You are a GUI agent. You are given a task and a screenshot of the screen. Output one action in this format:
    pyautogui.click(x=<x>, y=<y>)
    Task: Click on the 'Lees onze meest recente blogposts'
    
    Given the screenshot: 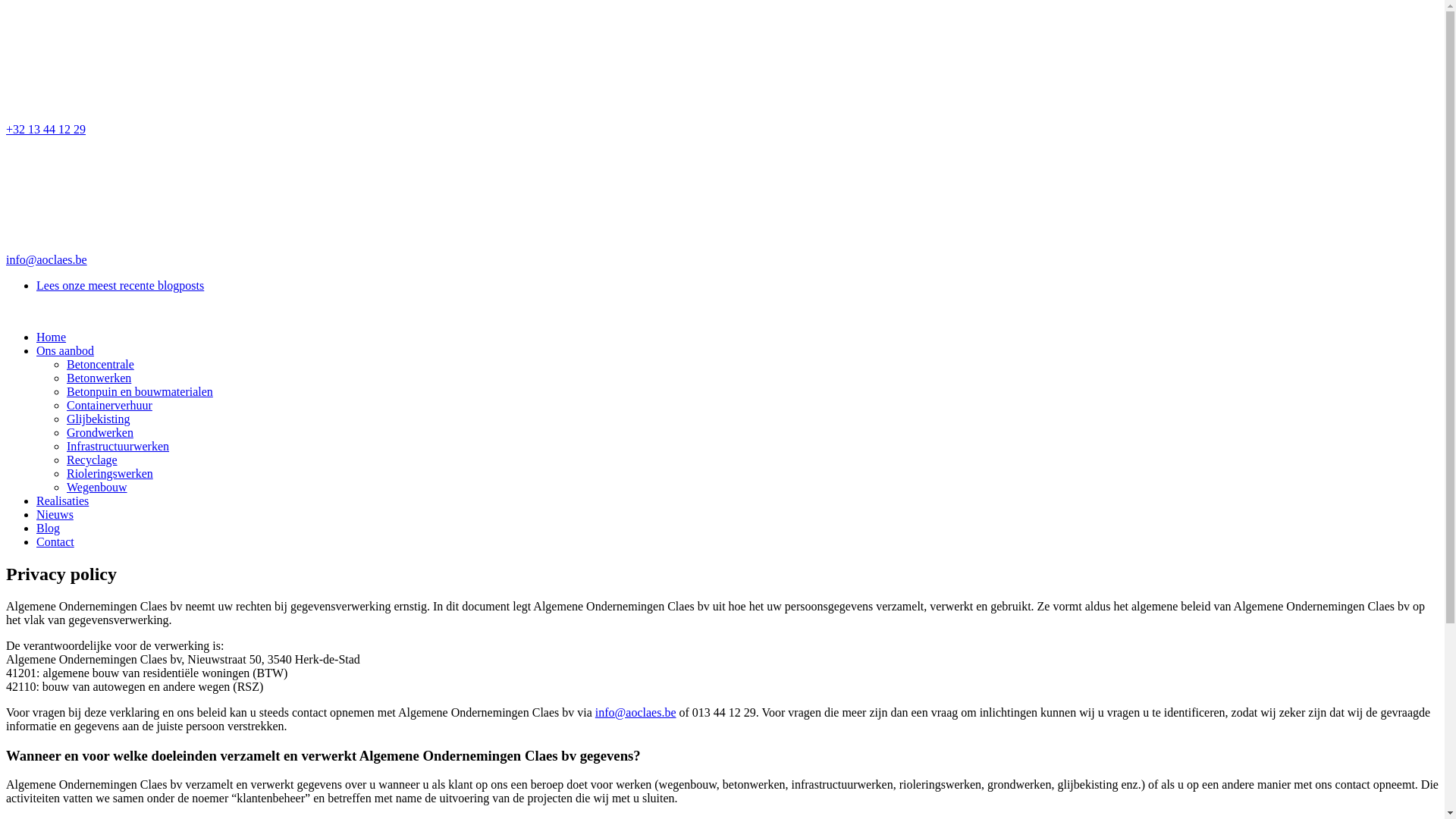 What is the action you would take?
    pyautogui.click(x=119, y=285)
    